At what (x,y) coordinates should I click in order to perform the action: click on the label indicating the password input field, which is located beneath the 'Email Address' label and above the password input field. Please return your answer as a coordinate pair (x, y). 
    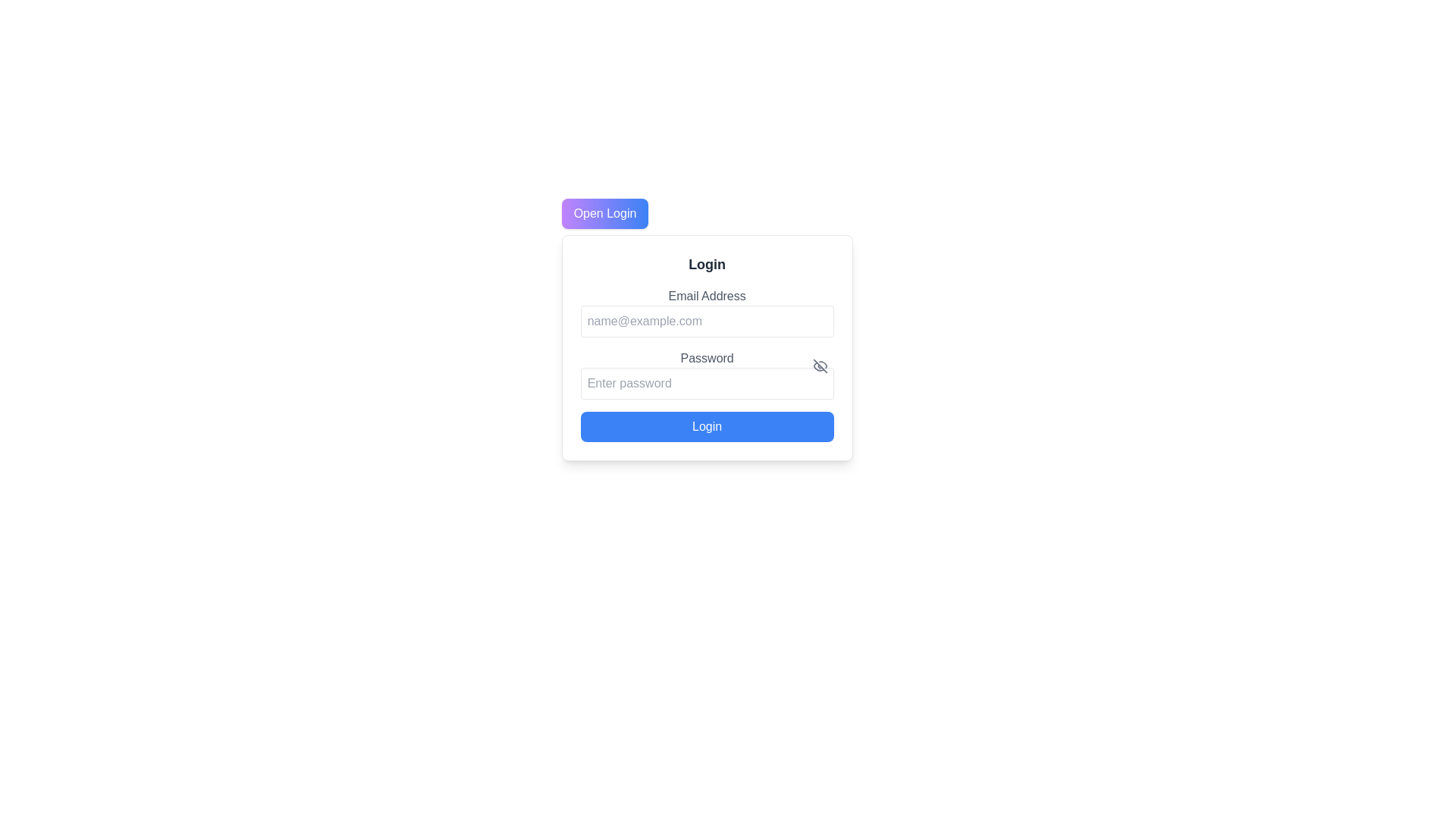
    Looking at the image, I should click on (706, 359).